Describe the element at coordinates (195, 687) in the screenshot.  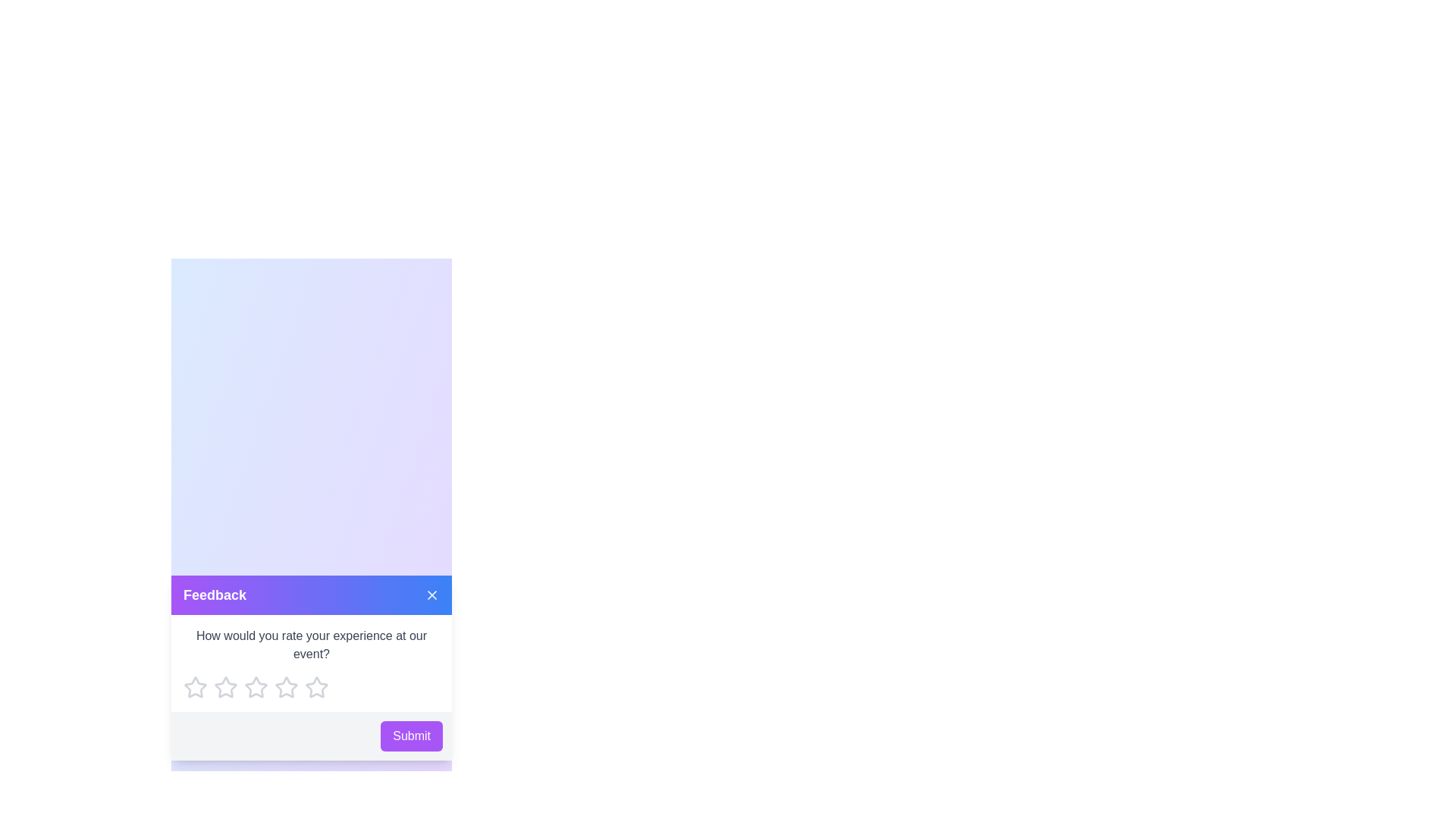
I see `the first star icon in the rating component located in the feedback section to provide a rating` at that location.